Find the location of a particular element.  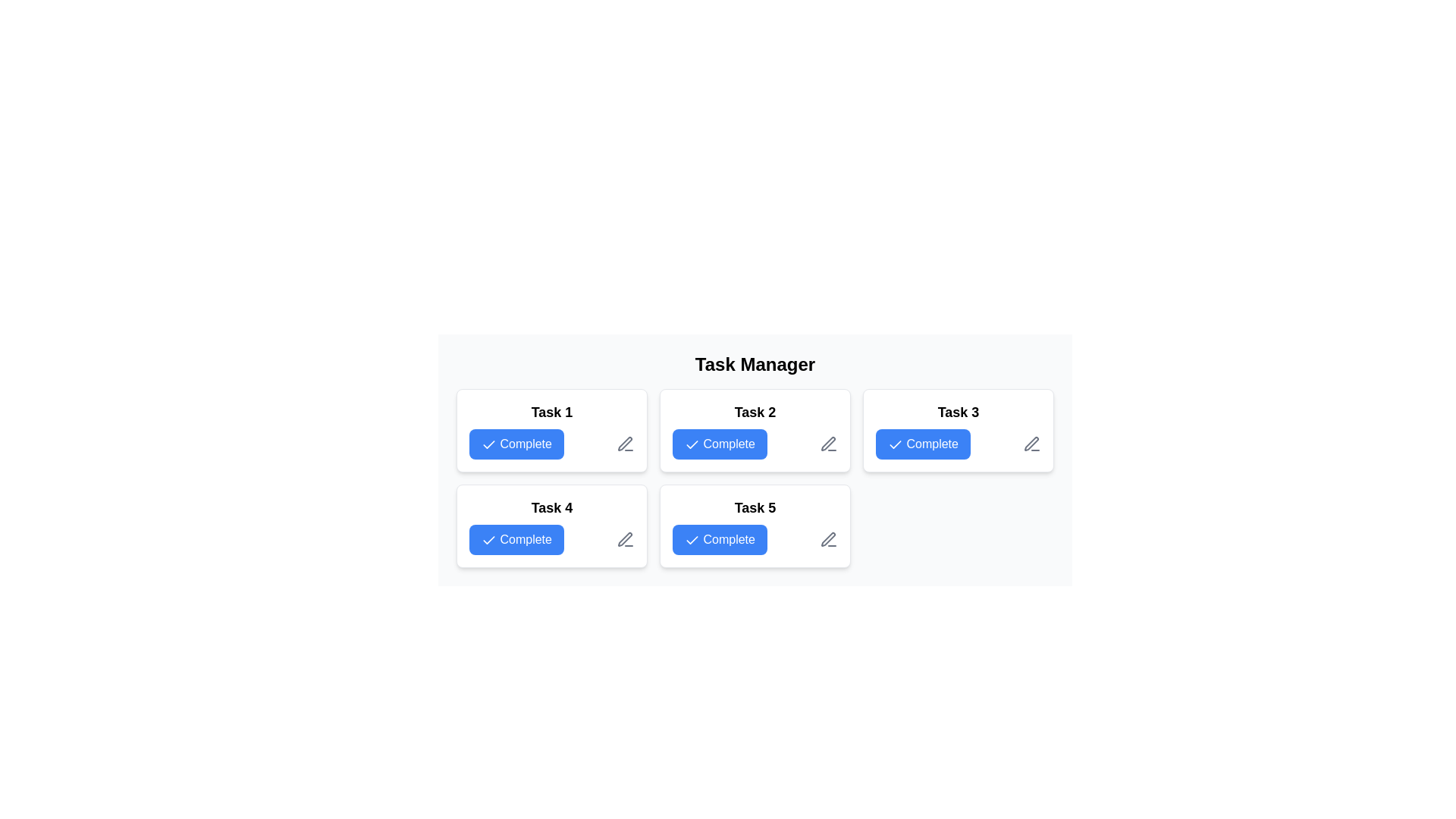

the blue 'Complete' button on the top-left card is located at coordinates (551, 430).